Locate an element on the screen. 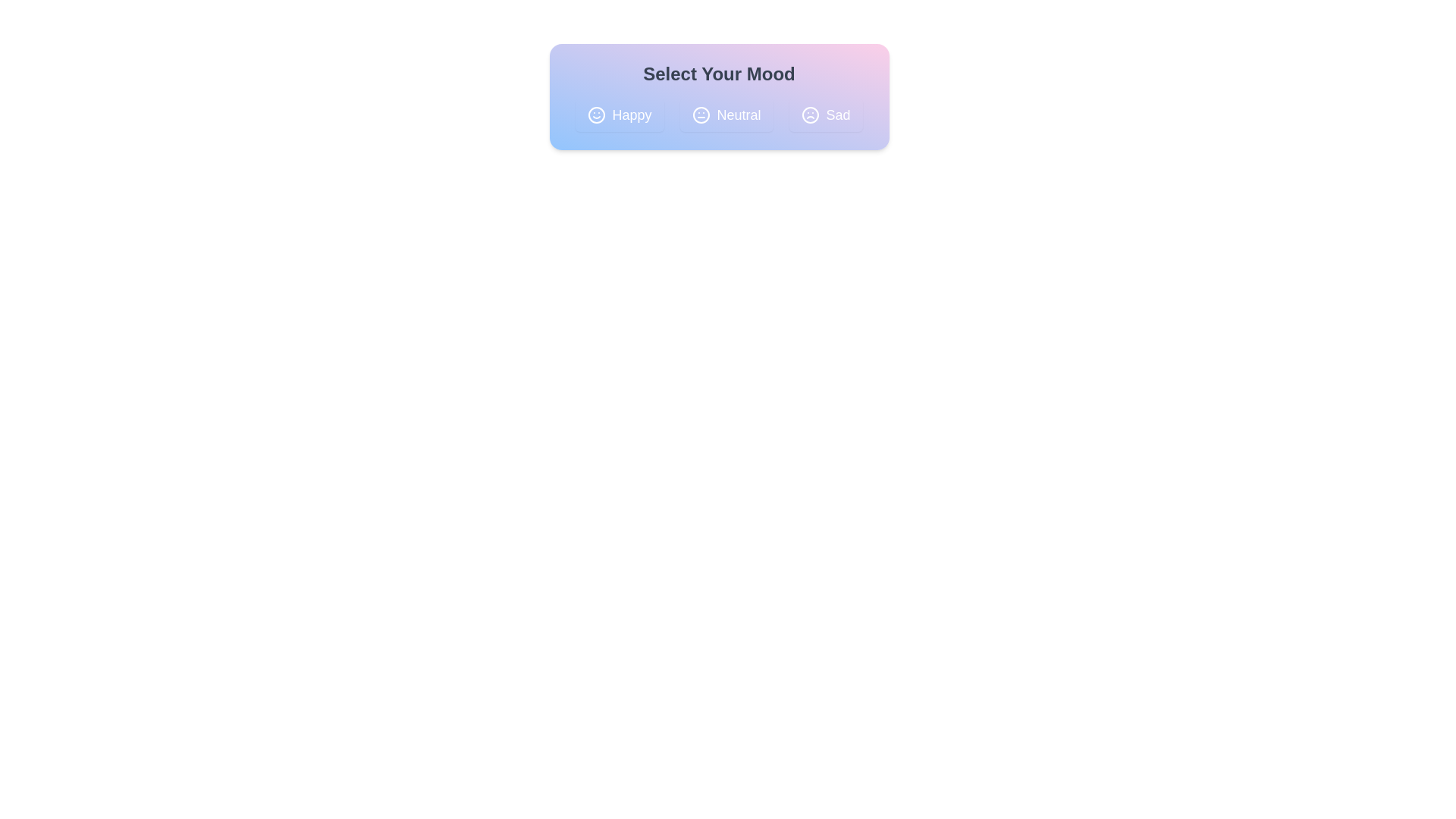 The width and height of the screenshot is (1456, 819). the Sad chip to observe visual feedback is located at coordinates (825, 114).